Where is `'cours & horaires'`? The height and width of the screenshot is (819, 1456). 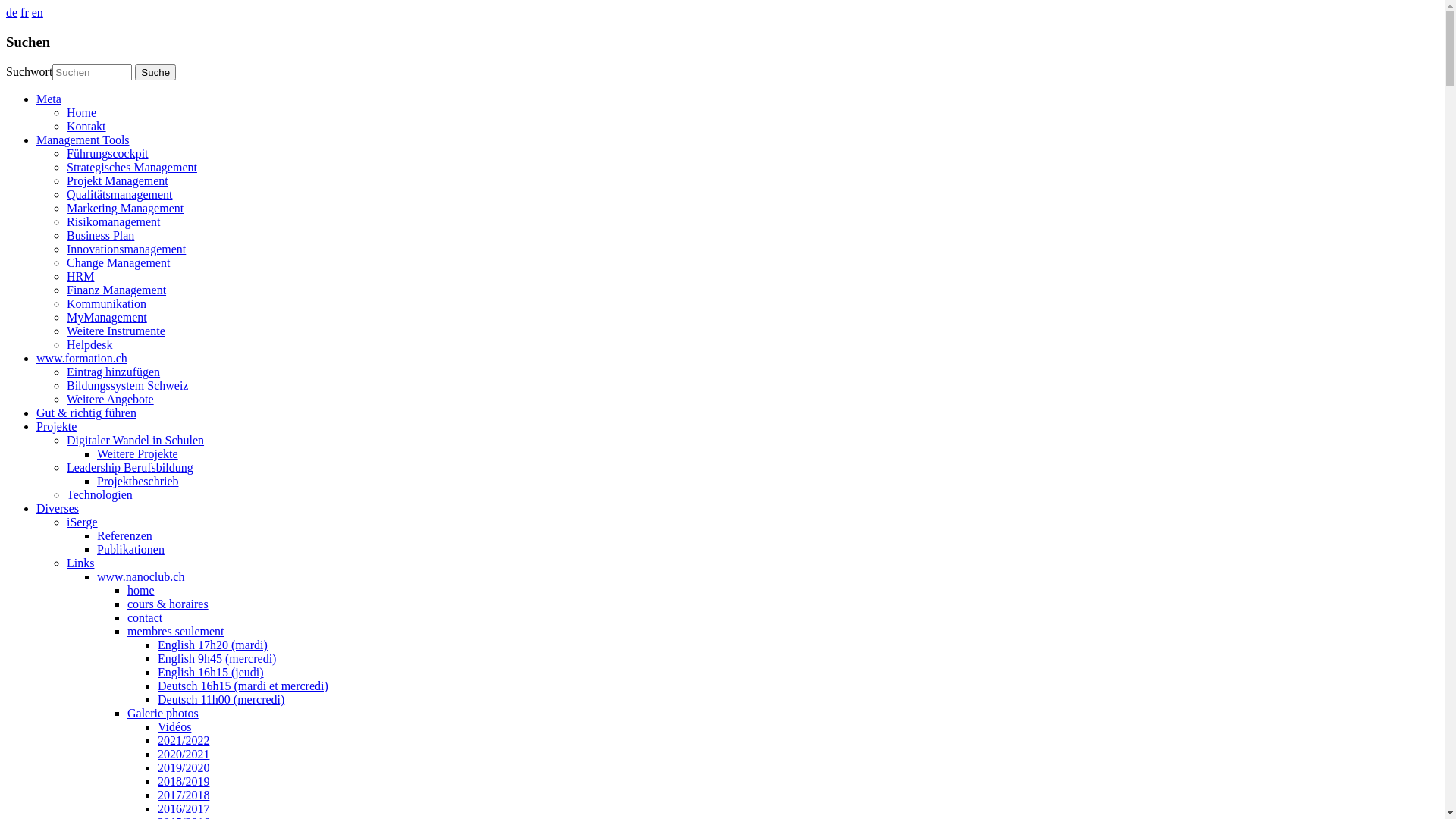
'cours & horaires' is located at coordinates (127, 603).